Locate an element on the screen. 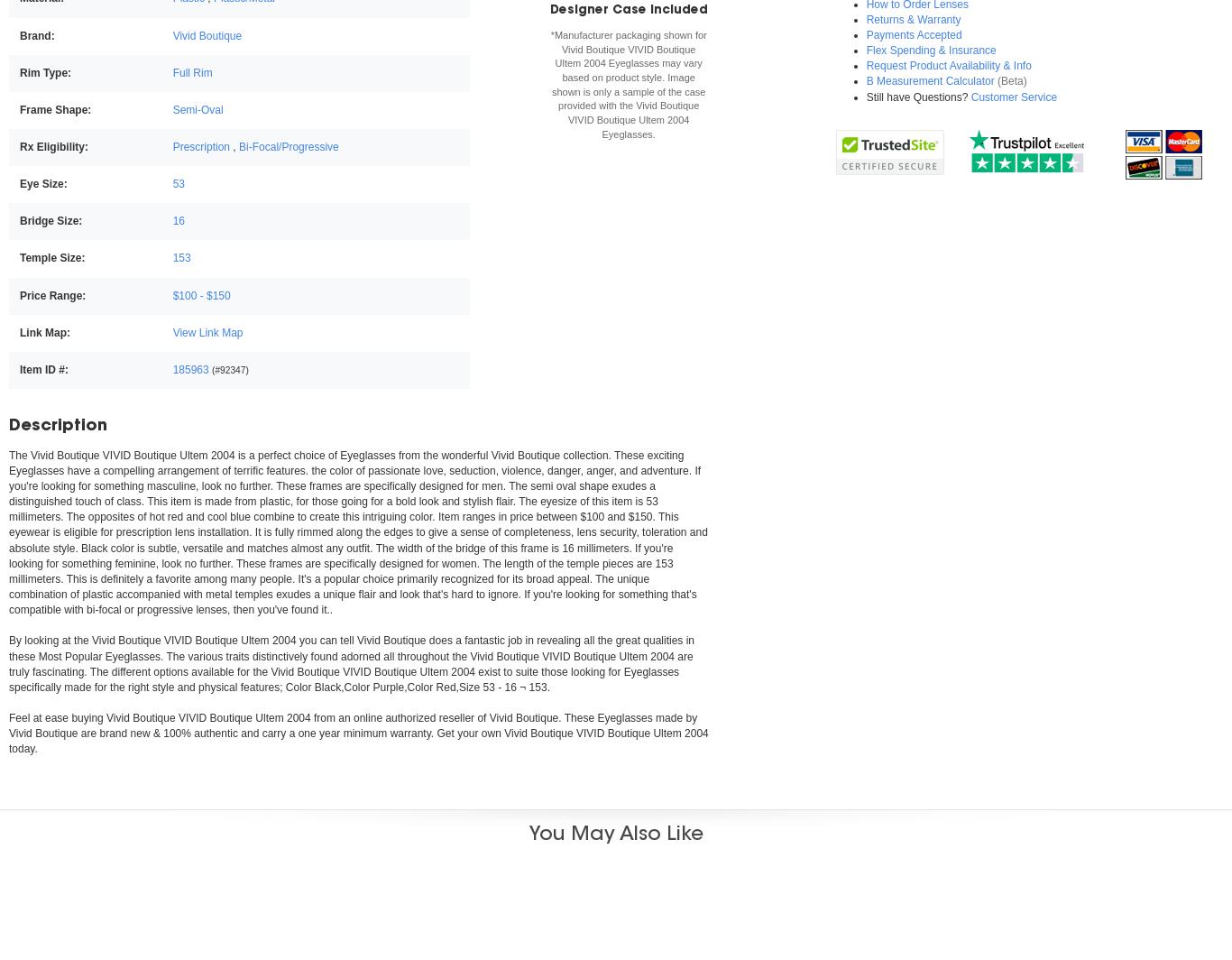 The image size is (1232, 960). '185963' is located at coordinates (189, 369).